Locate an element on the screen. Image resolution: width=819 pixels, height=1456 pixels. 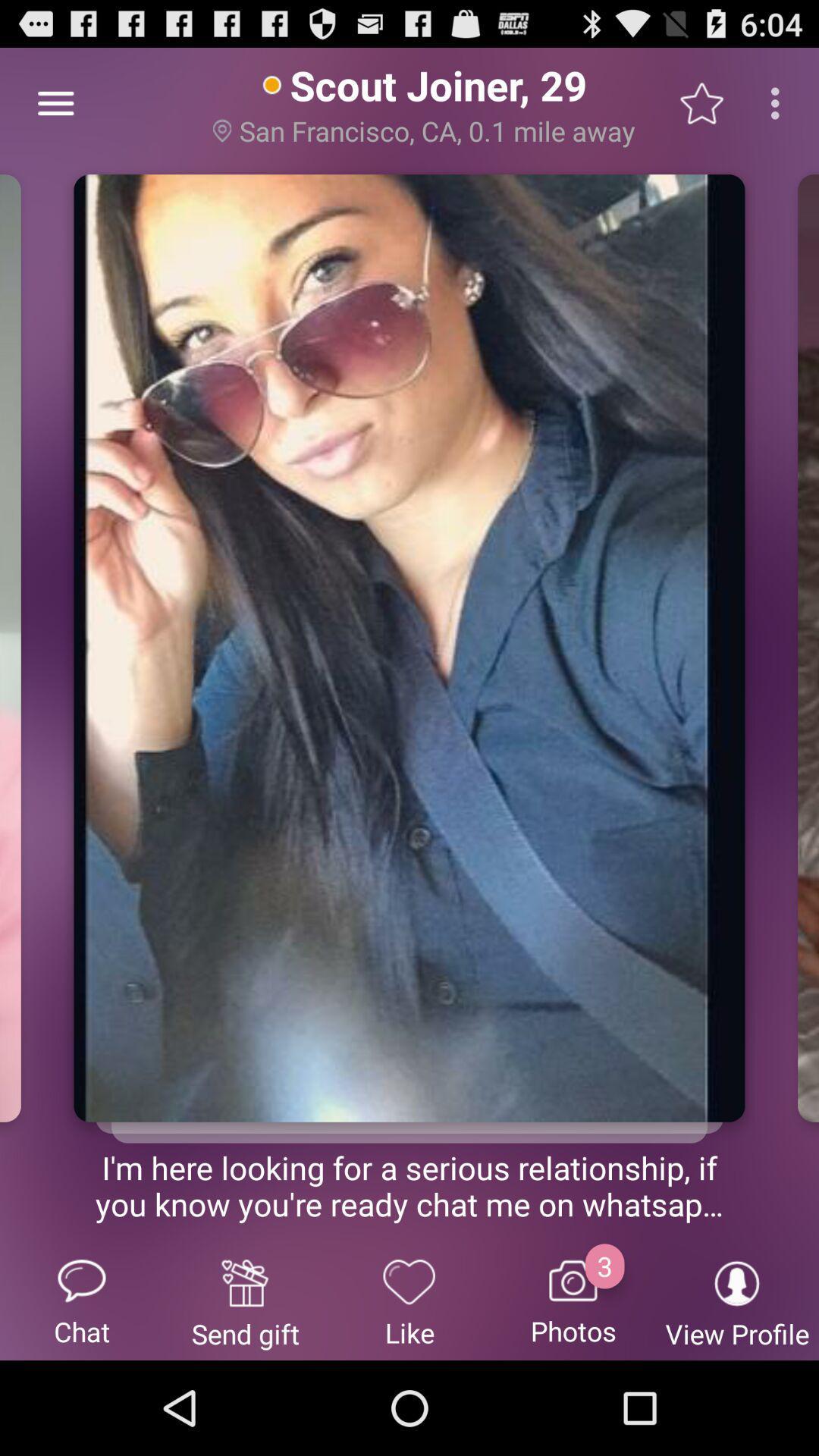
three vertical dots on the top right of the web page is located at coordinates (779, 103).